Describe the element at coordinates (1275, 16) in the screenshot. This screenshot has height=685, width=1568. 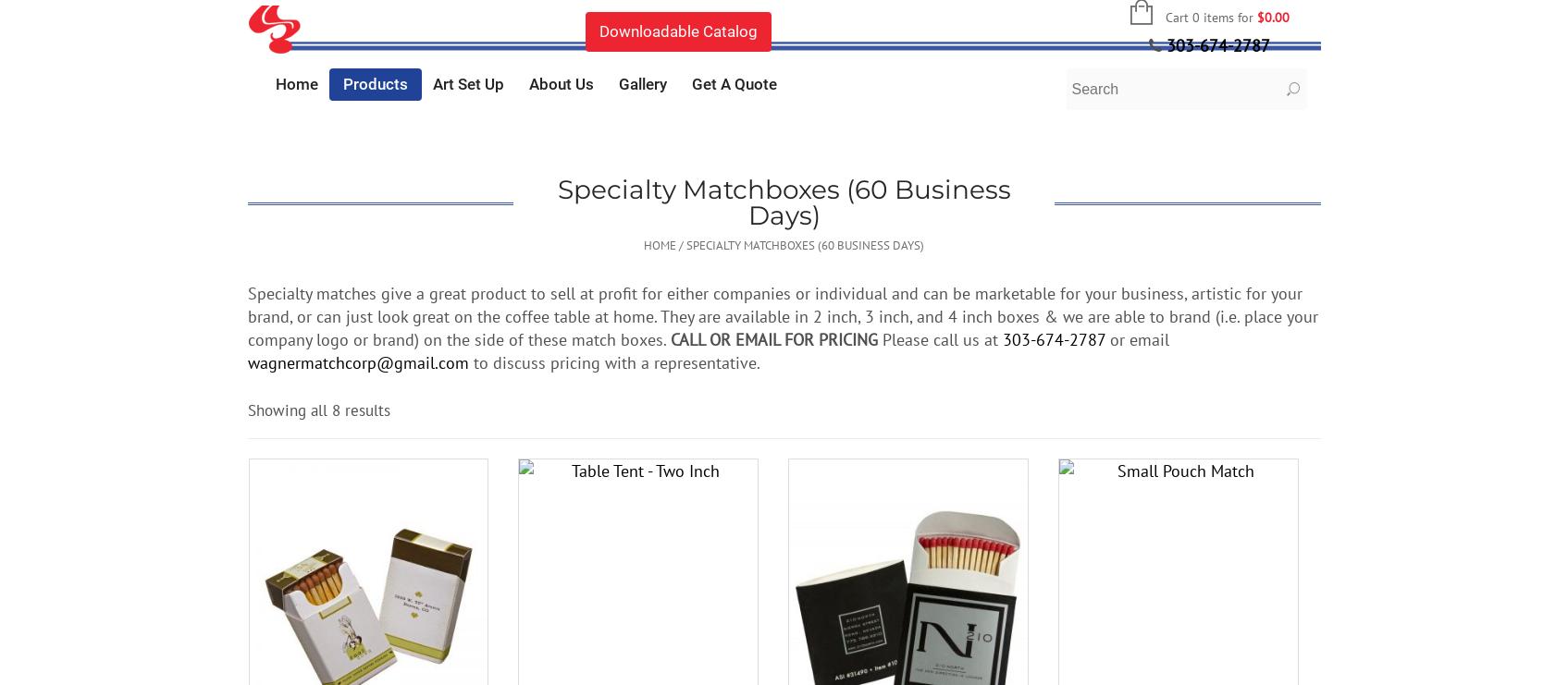
I see `'0.00'` at that location.